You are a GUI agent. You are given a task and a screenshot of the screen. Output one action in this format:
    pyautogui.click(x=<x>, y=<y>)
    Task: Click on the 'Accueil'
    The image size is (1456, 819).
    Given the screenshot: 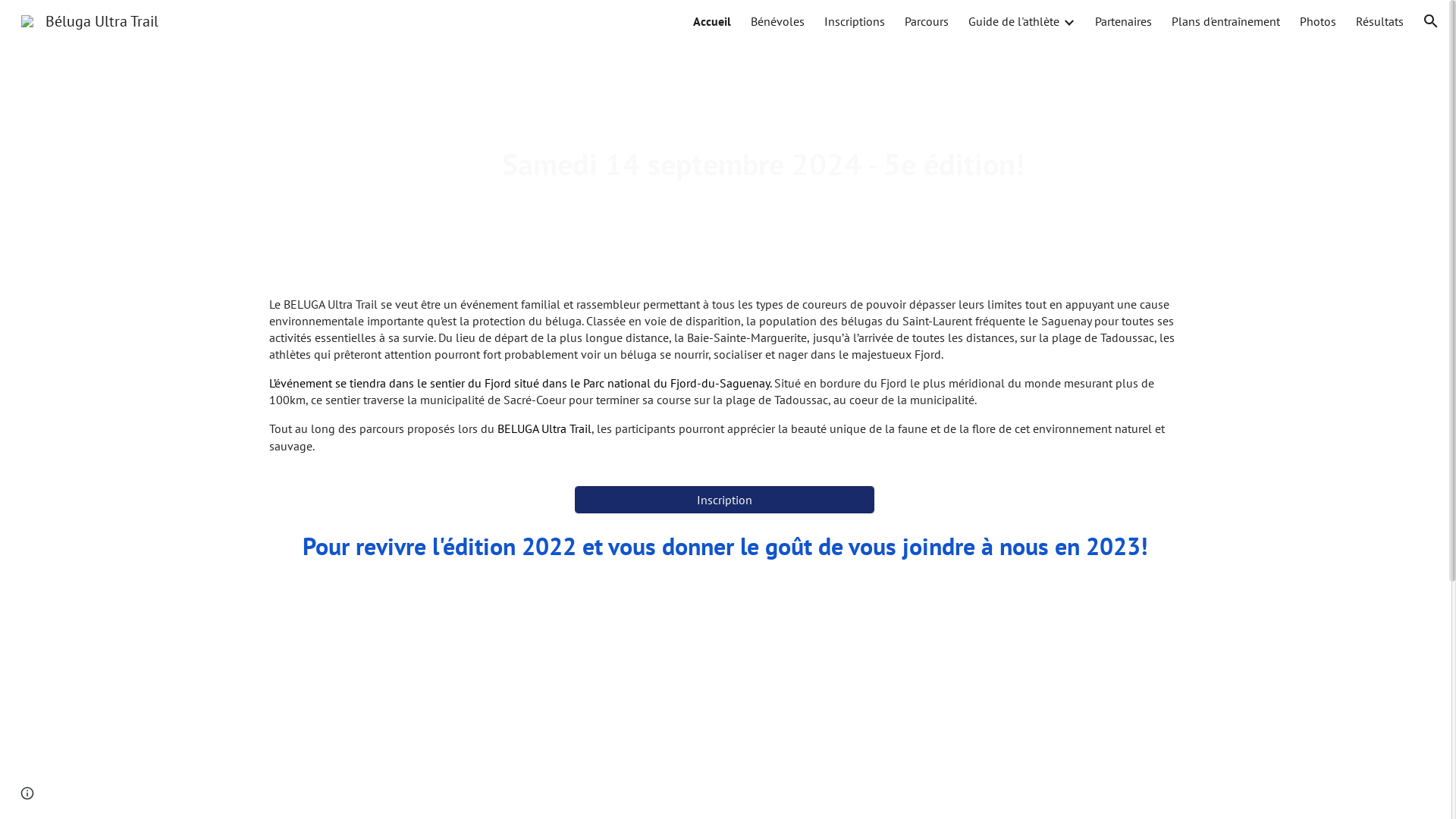 What is the action you would take?
    pyautogui.click(x=711, y=20)
    